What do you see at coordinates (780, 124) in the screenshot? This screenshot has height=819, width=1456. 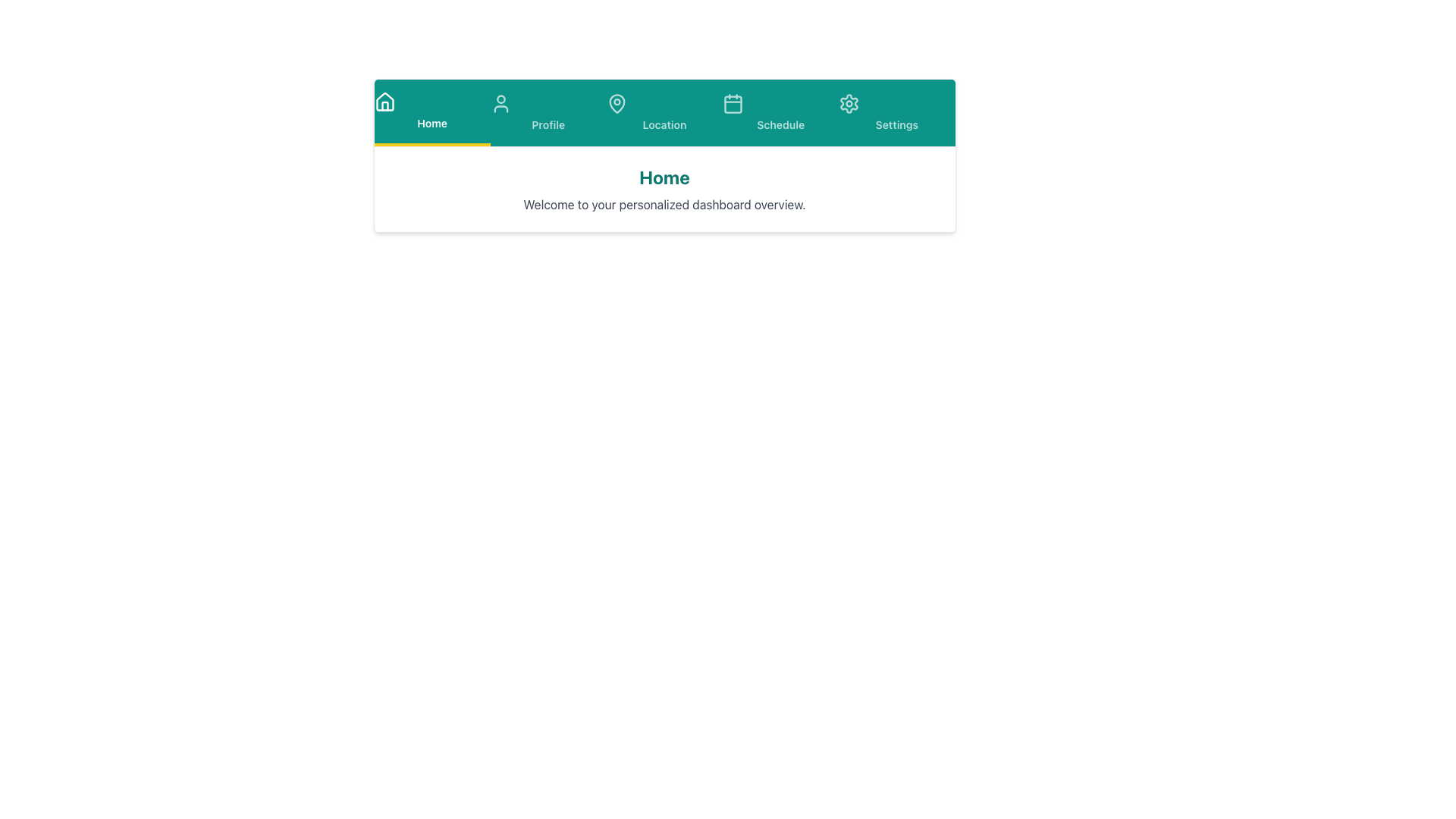 I see `text 'Schedule' from the Text Label in the navigation bar, which is styled in bold sans-serif font and is the fourth item after 'Home', 'Profile', and 'Location'` at bounding box center [780, 124].